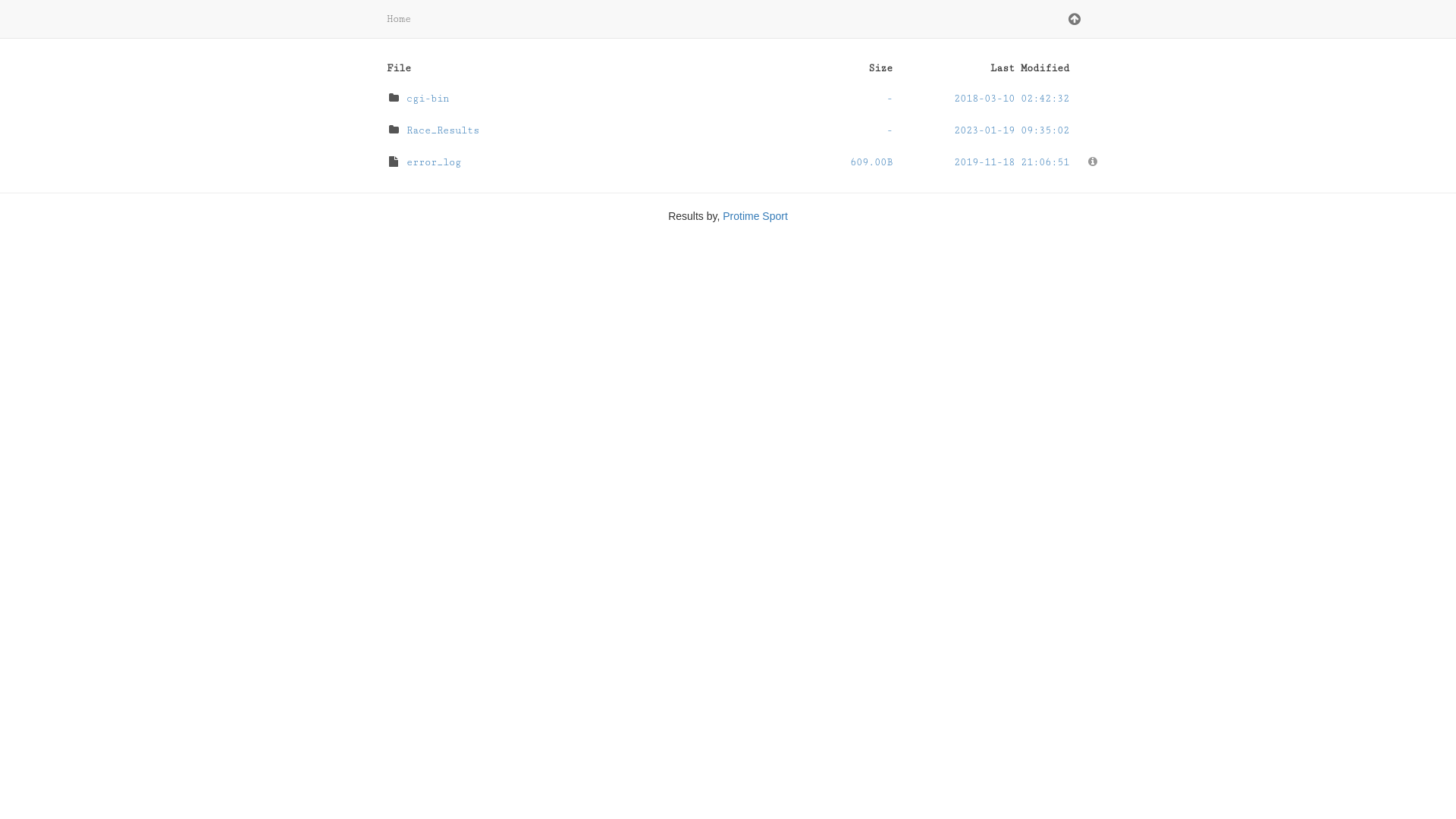 This screenshot has height=819, width=1456. Describe the element at coordinates (728, 162) in the screenshot. I see `'error_log` at that location.